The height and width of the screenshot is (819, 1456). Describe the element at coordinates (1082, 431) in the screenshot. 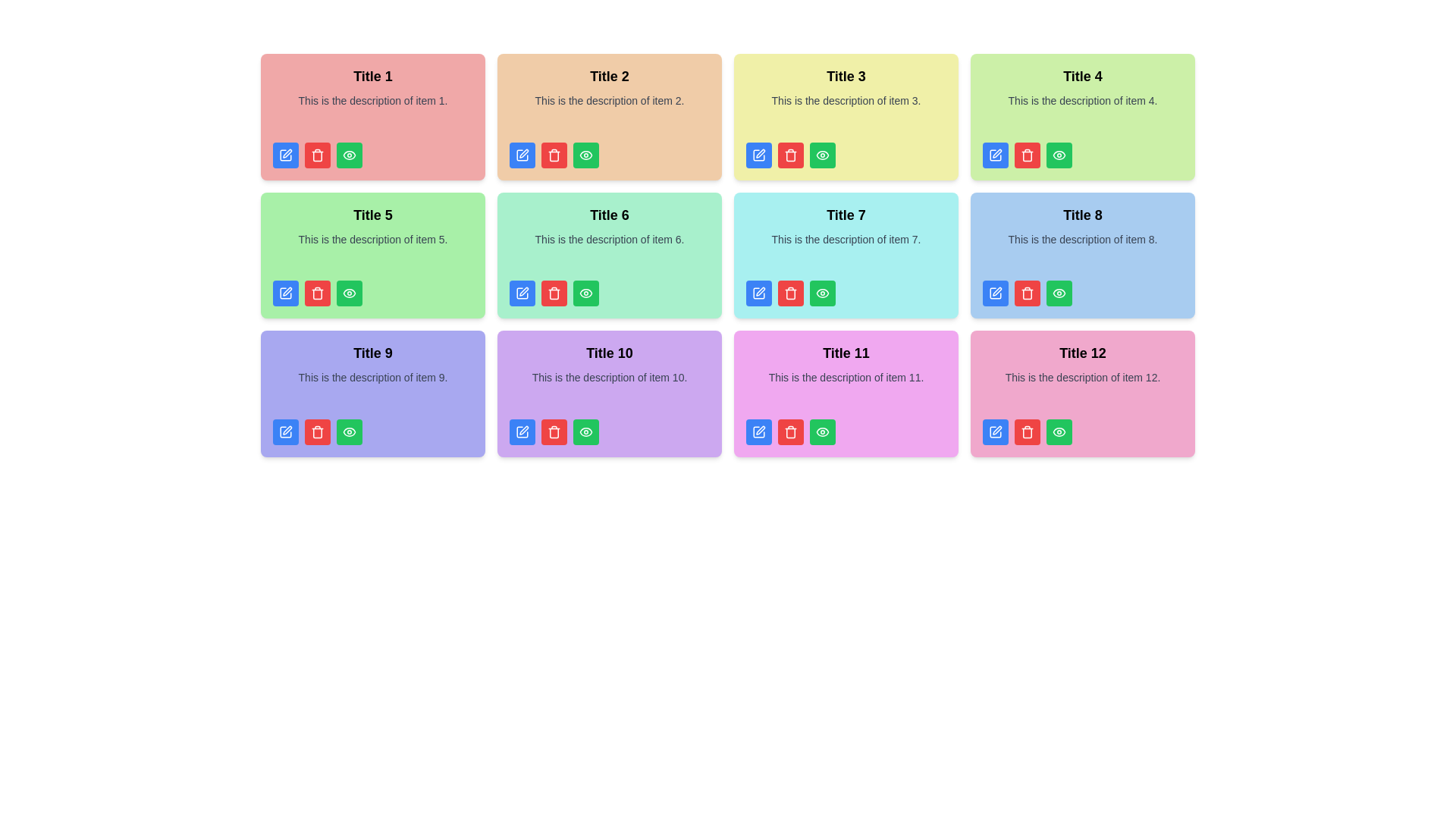

I see `the third action bar in the fourth row of the grid layout, located below the item labeled 'Title 12'` at that location.